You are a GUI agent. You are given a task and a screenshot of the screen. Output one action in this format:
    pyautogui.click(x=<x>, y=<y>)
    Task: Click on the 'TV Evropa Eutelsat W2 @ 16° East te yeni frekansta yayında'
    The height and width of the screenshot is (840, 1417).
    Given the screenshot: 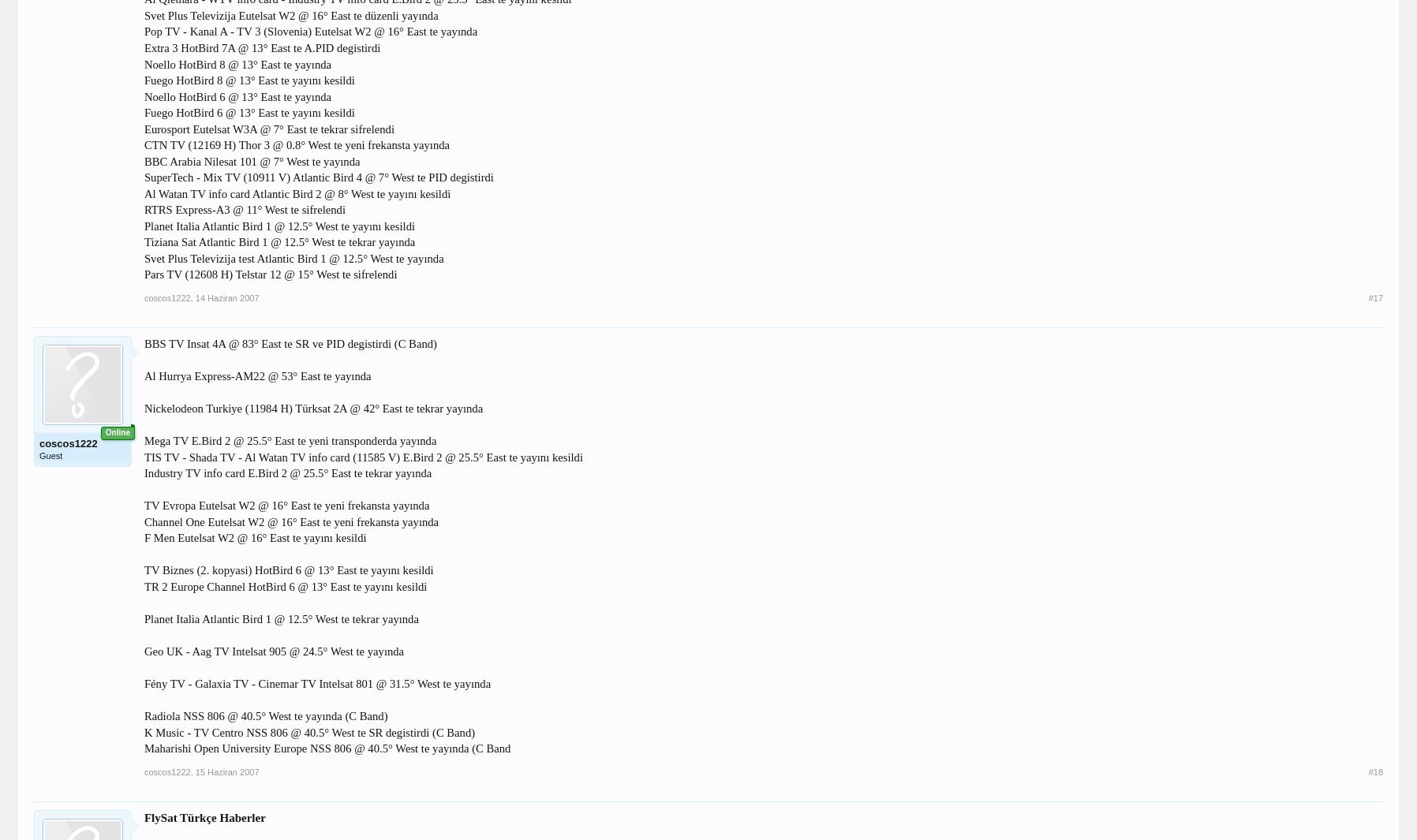 What is the action you would take?
    pyautogui.click(x=286, y=506)
    